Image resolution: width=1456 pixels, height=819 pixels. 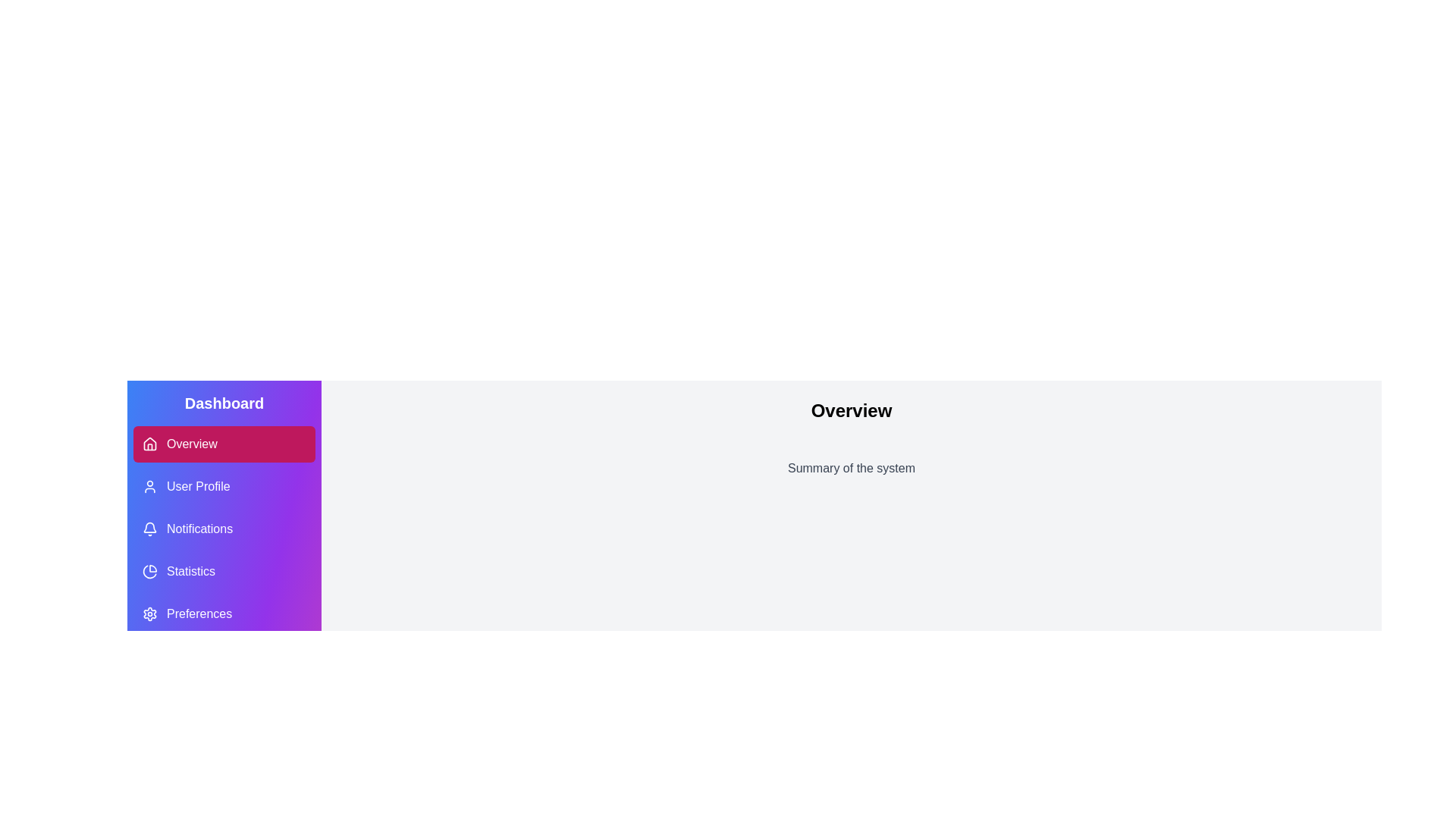 What do you see at coordinates (224, 529) in the screenshot?
I see `the third navigation button labeled 'Notifications' with a bell icon` at bounding box center [224, 529].